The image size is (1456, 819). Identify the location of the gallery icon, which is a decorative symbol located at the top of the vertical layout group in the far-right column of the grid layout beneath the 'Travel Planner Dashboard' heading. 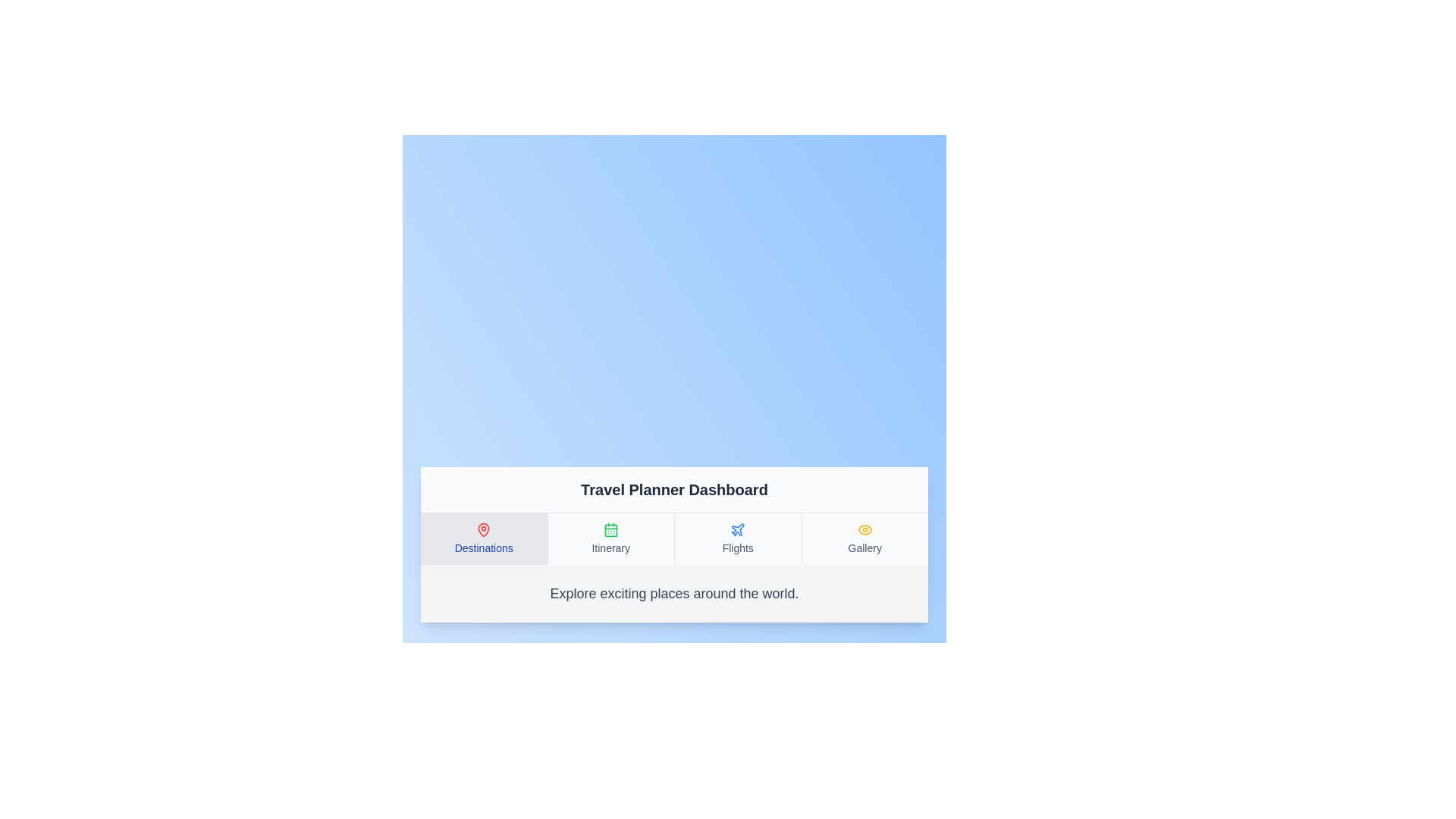
(864, 529).